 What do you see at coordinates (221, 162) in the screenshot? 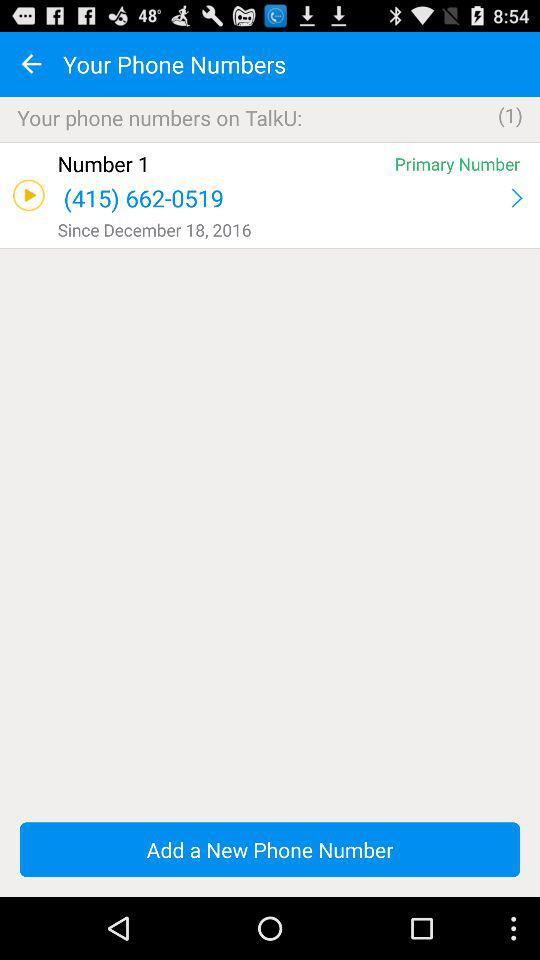
I see `item above  (415) 662-0519 icon` at bounding box center [221, 162].